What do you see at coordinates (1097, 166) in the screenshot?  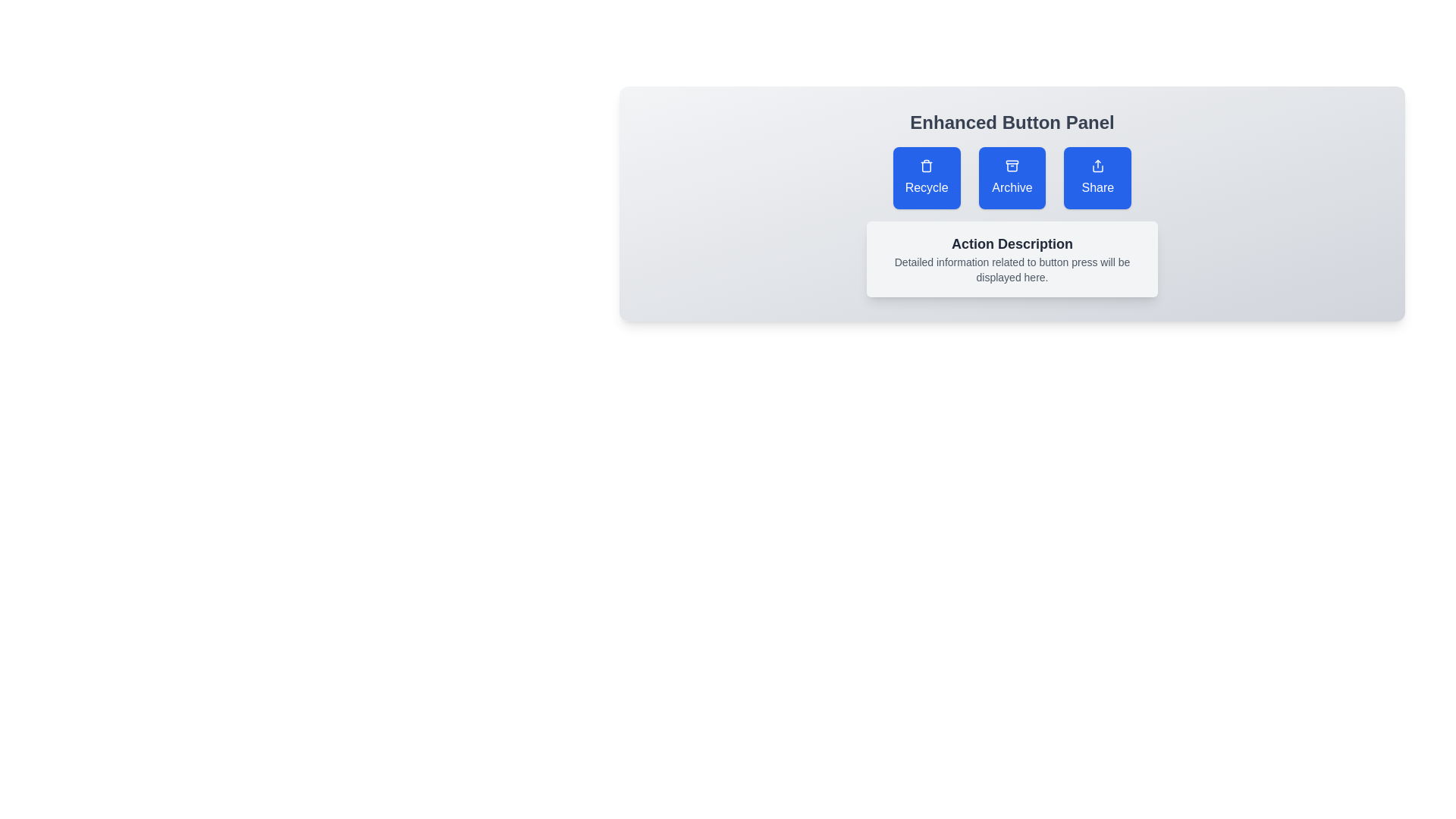 I see `the share icon, which features an upward arrow emerging from a box and is located within the 'Share' button in the 'Enhanced Button Panel.'` at bounding box center [1097, 166].